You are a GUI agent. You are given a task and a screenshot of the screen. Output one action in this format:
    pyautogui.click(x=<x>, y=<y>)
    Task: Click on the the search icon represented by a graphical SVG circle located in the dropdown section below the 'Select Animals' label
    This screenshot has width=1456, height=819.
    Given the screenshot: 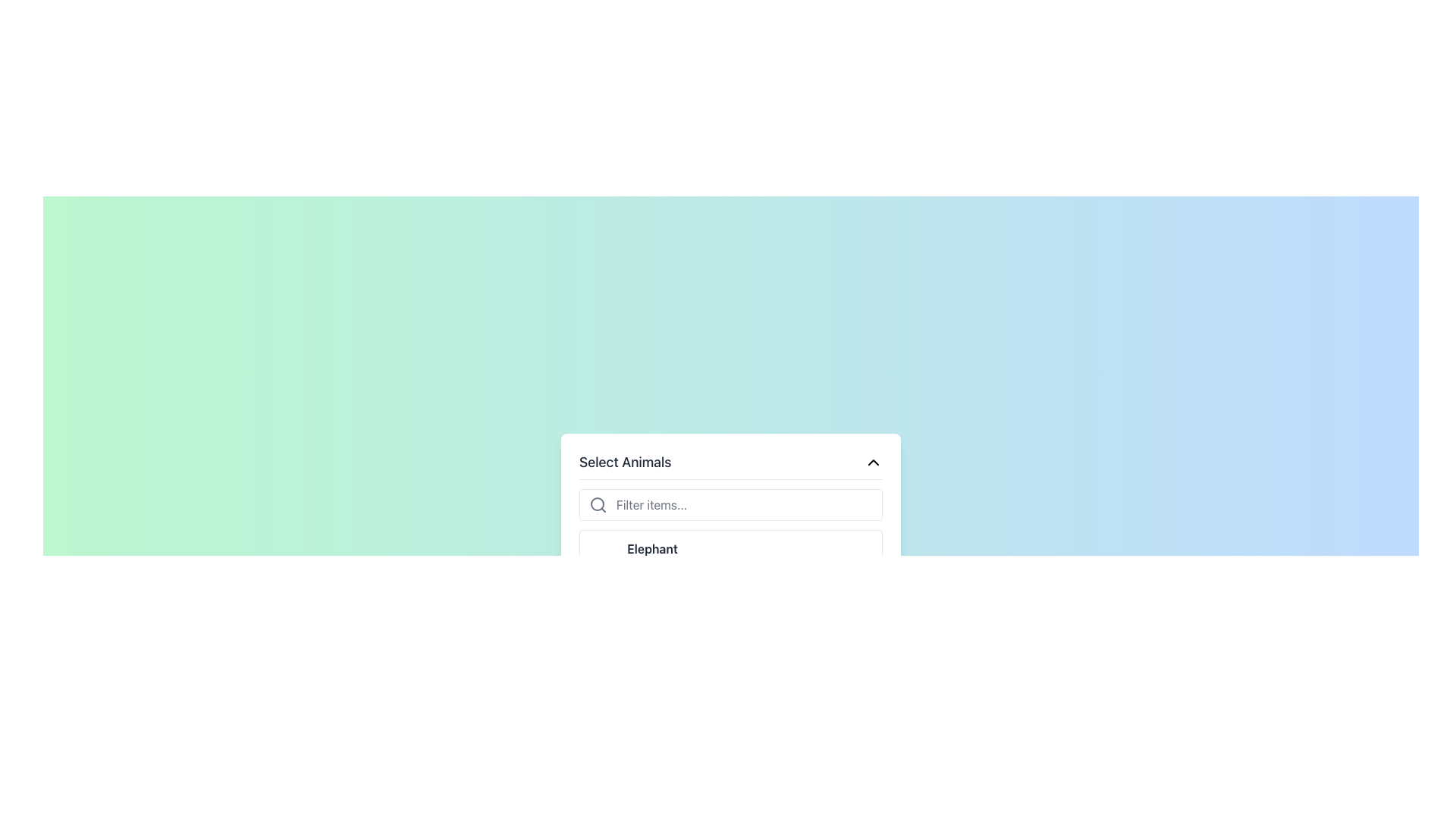 What is the action you would take?
    pyautogui.click(x=596, y=504)
    